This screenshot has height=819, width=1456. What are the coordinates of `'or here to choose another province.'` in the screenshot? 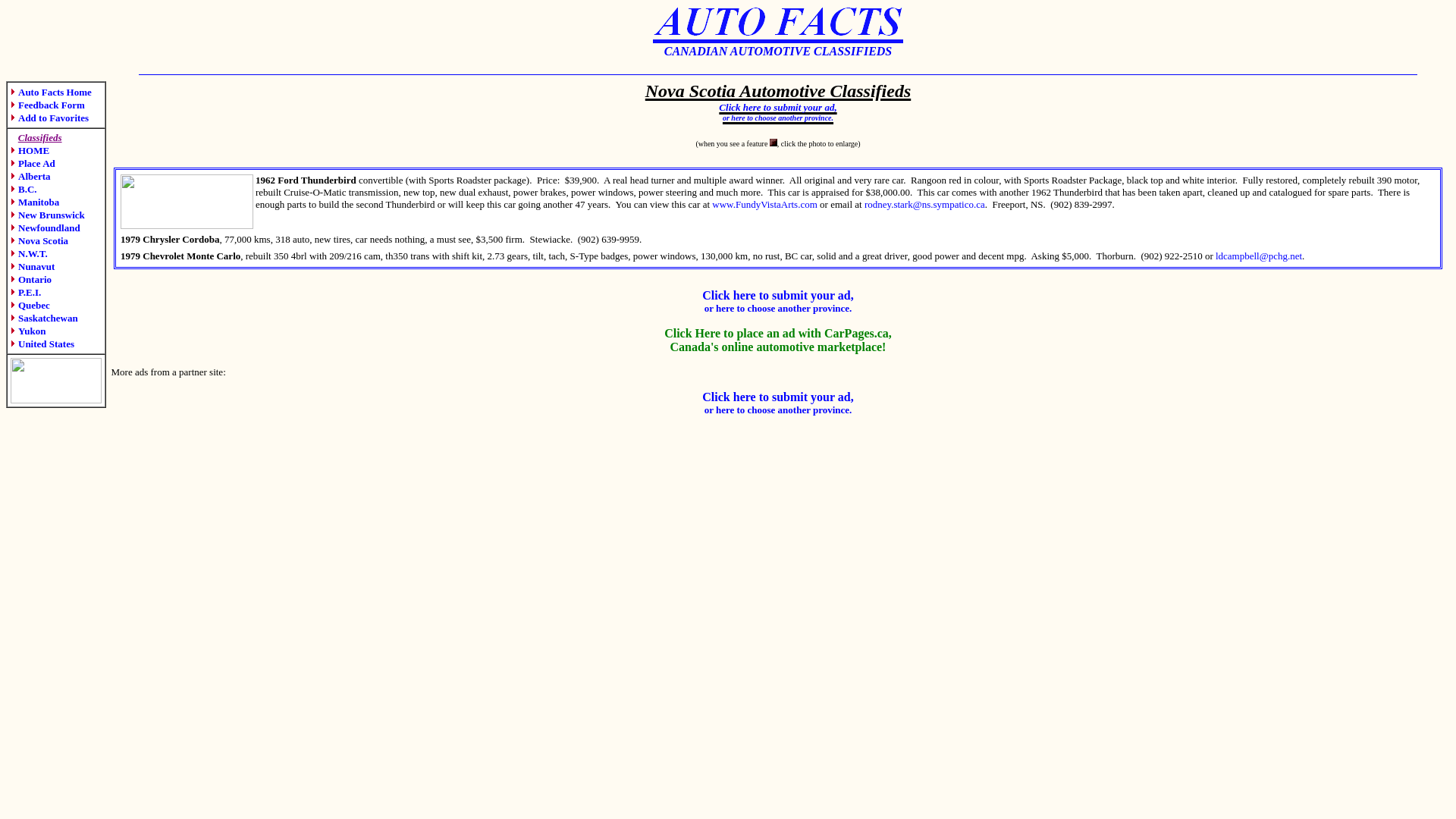 It's located at (778, 307).